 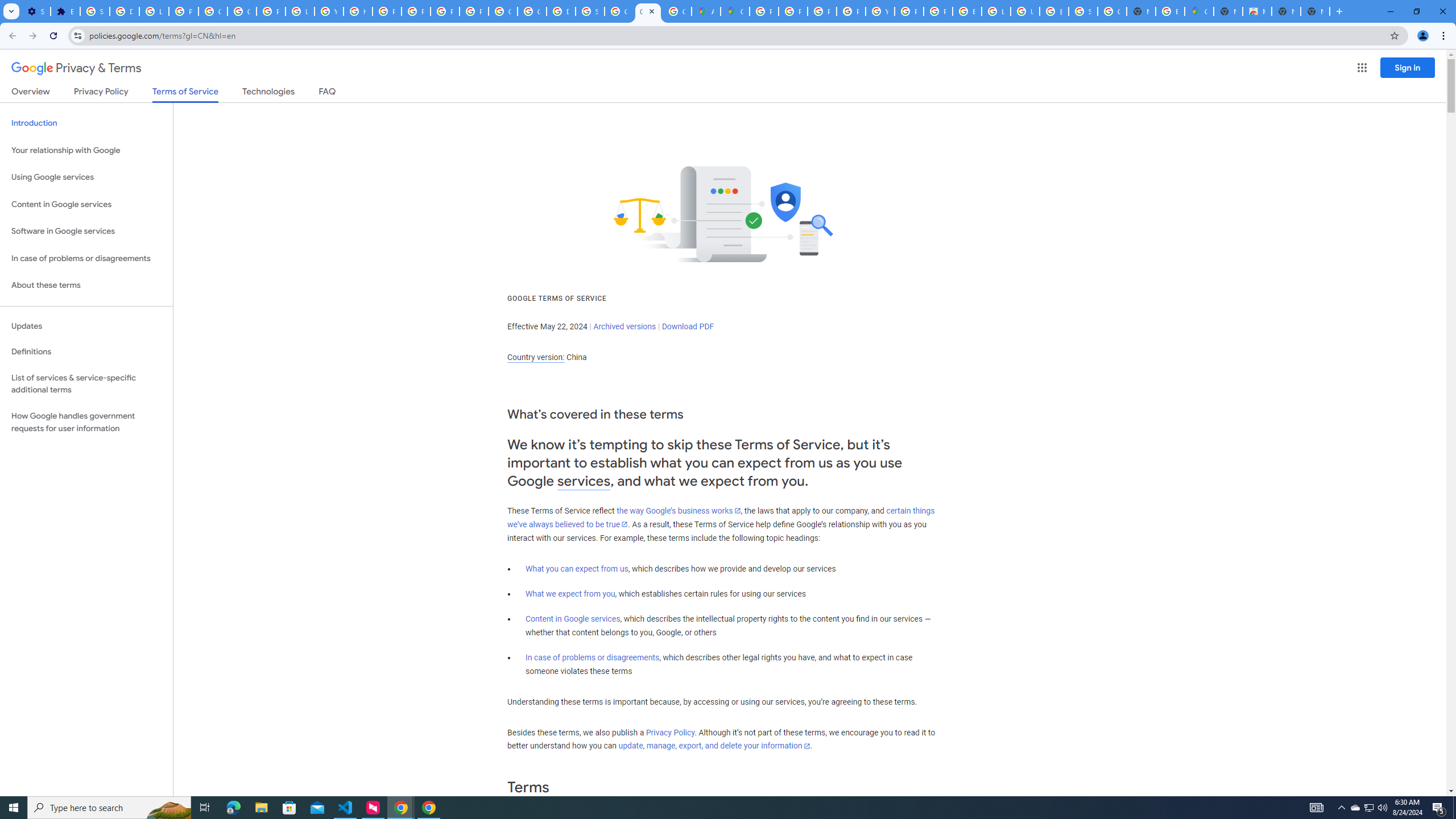 I want to click on 'update, manage, export, and delete your information', so click(x=714, y=745).